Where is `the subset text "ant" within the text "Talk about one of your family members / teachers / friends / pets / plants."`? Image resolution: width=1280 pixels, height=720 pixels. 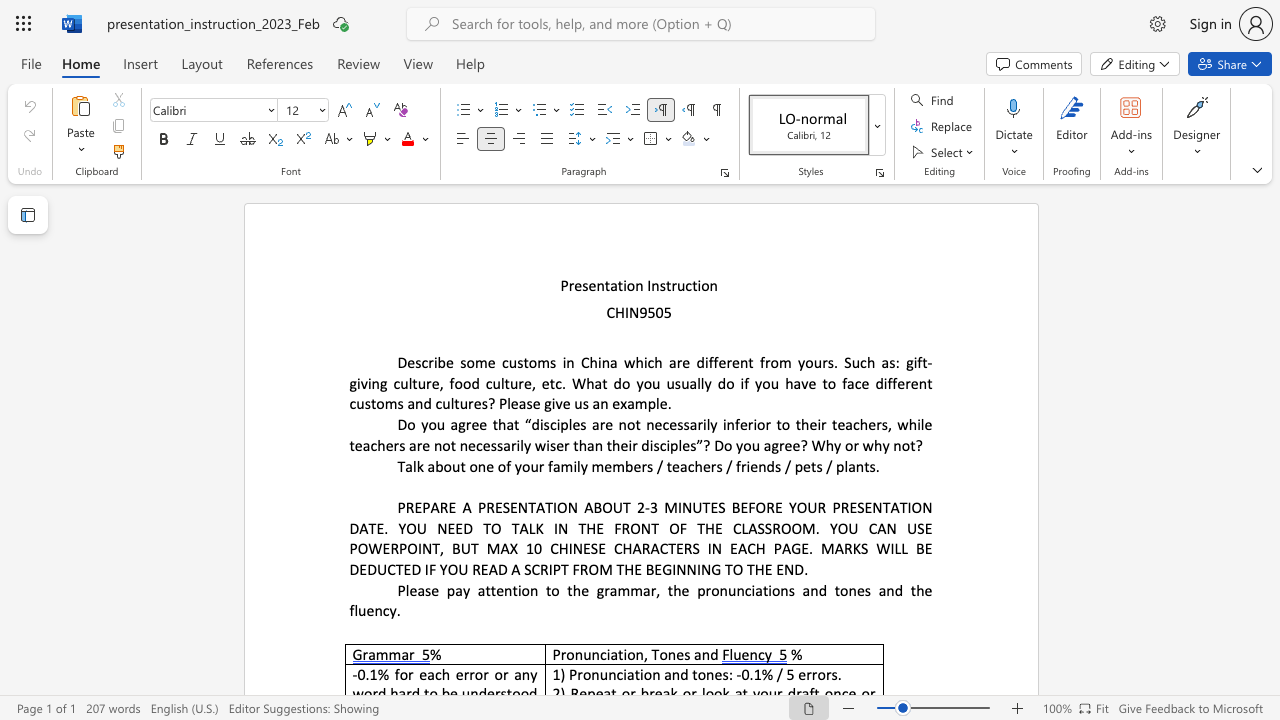
the subset text "ant" within the text "Talk about one of your family members / teachers / friends / pets / plants." is located at coordinates (848, 465).